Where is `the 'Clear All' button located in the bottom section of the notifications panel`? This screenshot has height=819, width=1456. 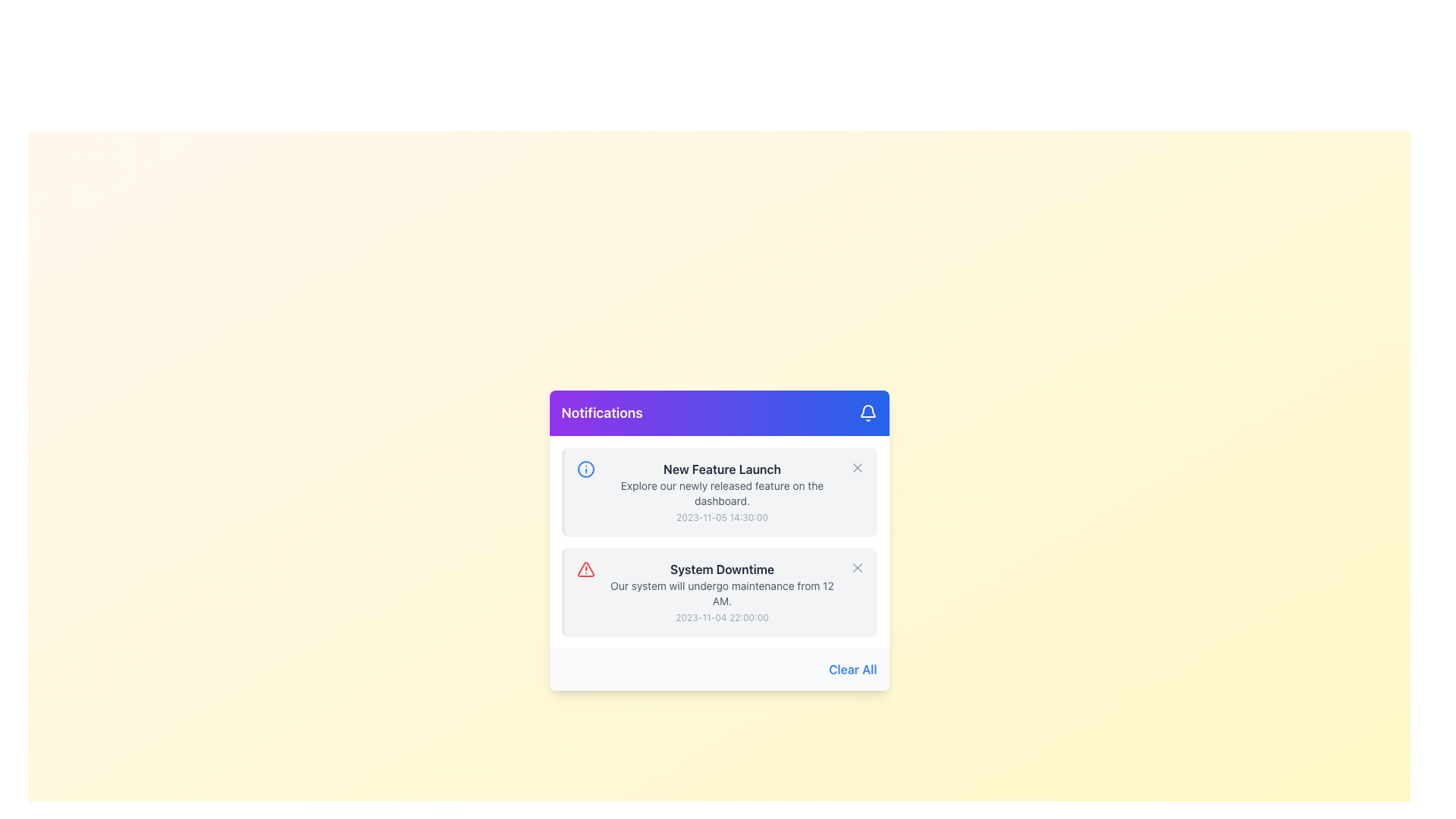 the 'Clear All' button located in the bottom section of the notifications panel is located at coordinates (718, 669).